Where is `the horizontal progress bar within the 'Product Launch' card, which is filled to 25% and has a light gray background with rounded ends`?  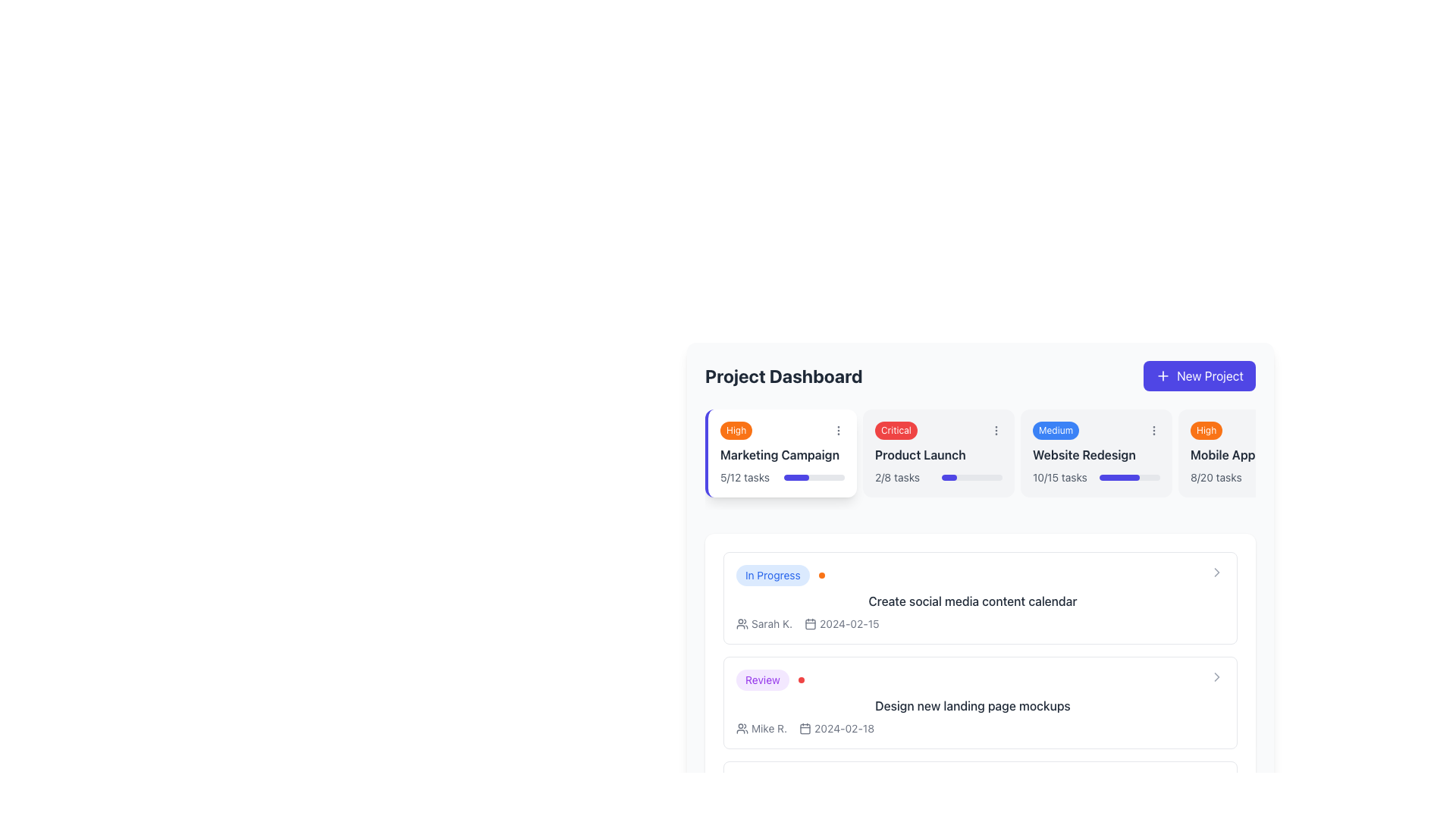 the horizontal progress bar within the 'Product Launch' card, which is filled to 25% and has a light gray background with rounded ends is located at coordinates (971, 476).